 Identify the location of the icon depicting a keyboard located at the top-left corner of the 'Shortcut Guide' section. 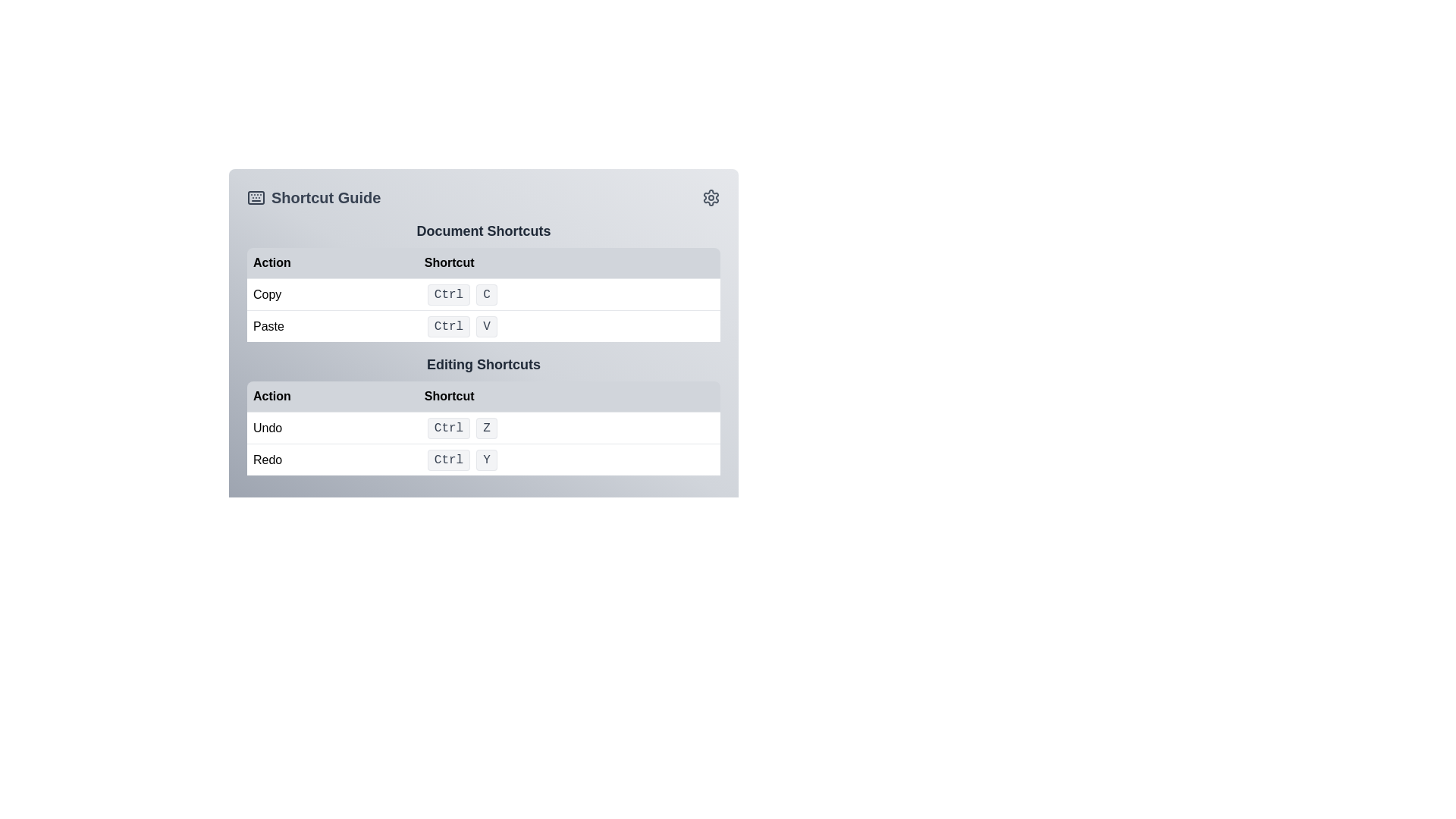
(256, 197).